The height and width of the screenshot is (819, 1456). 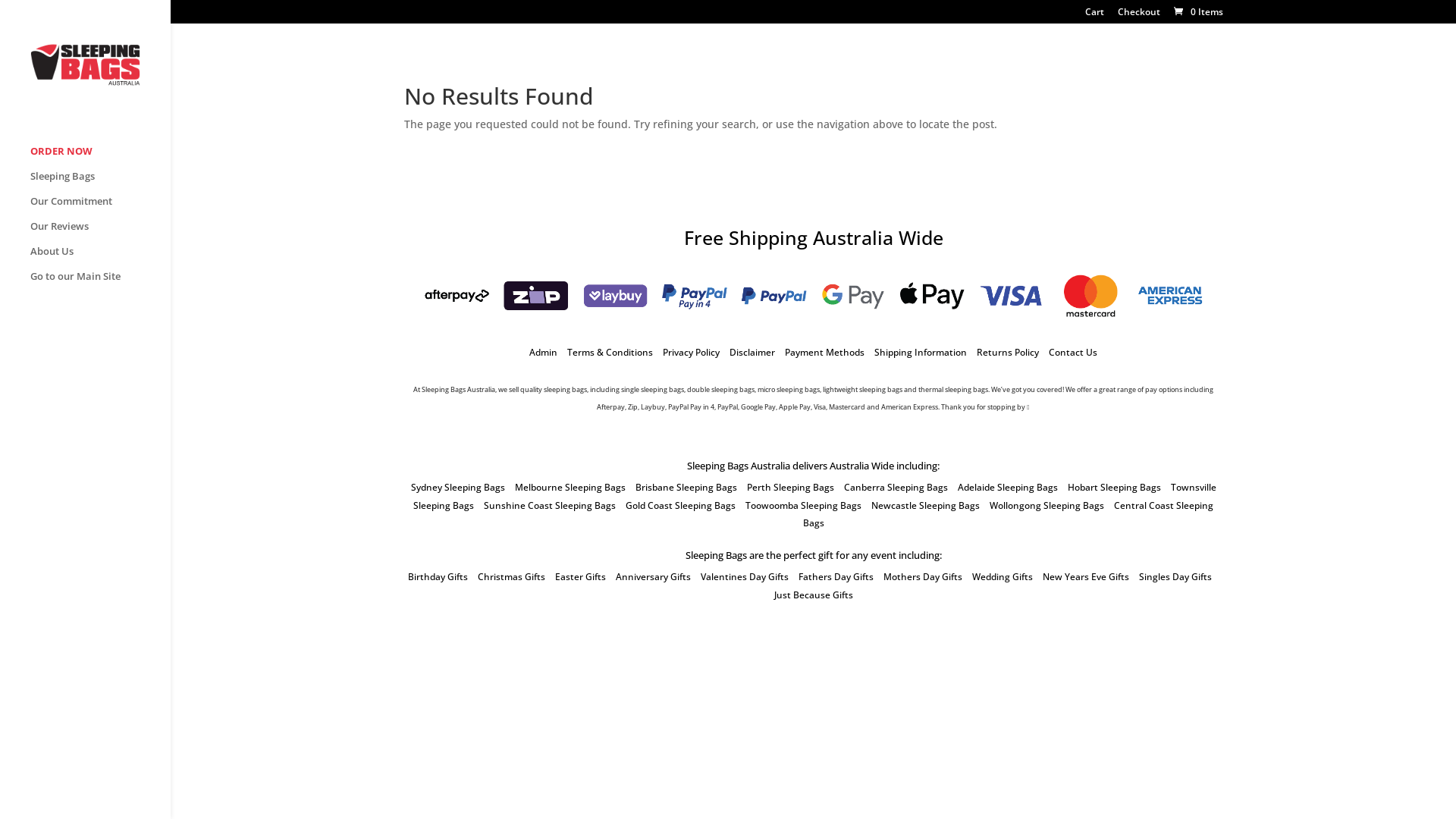 I want to click on 'Go to our Main Site', so click(x=30, y=283).